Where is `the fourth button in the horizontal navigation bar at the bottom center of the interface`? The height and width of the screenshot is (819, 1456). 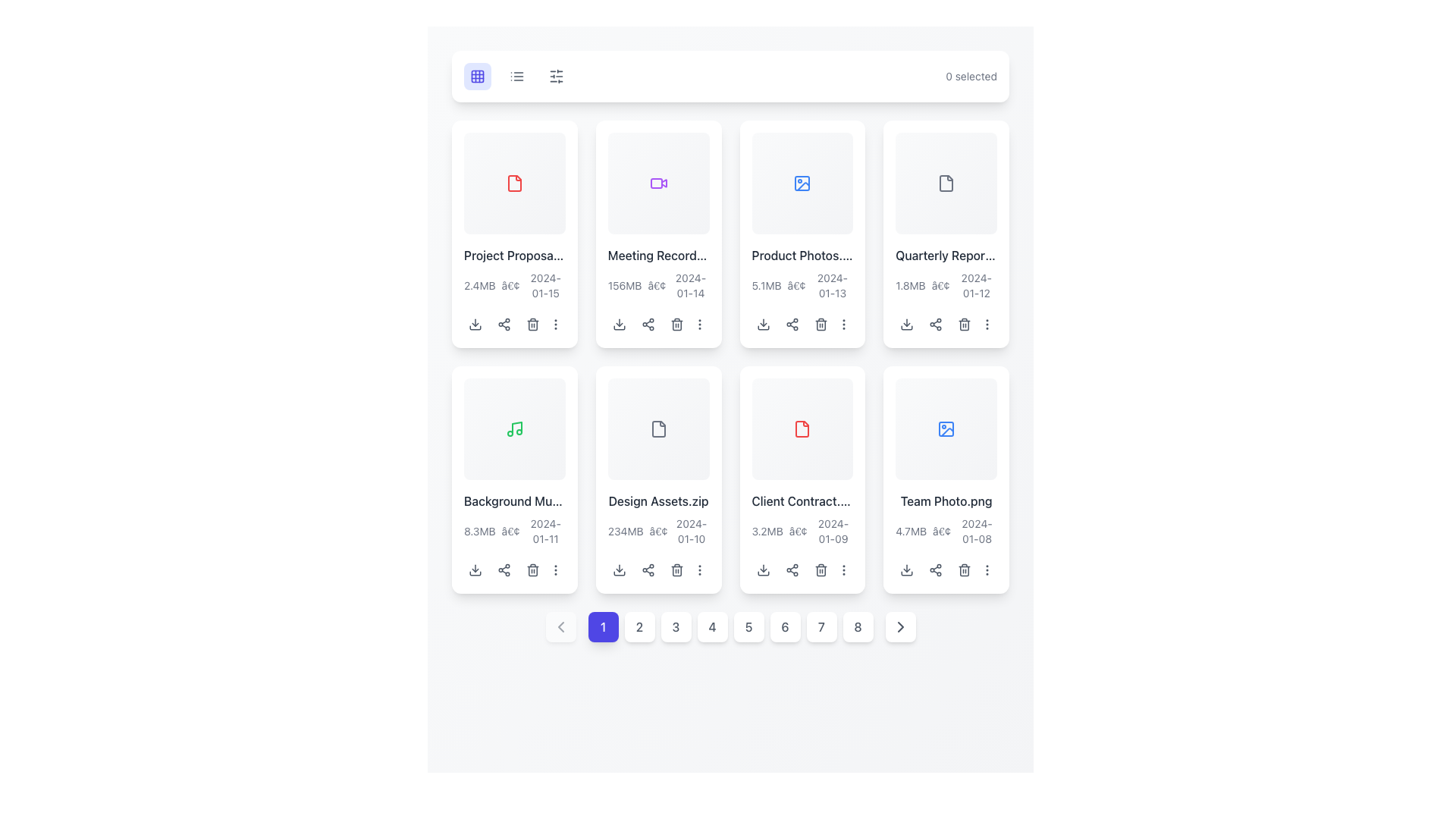 the fourth button in the horizontal navigation bar at the bottom center of the interface is located at coordinates (711, 626).